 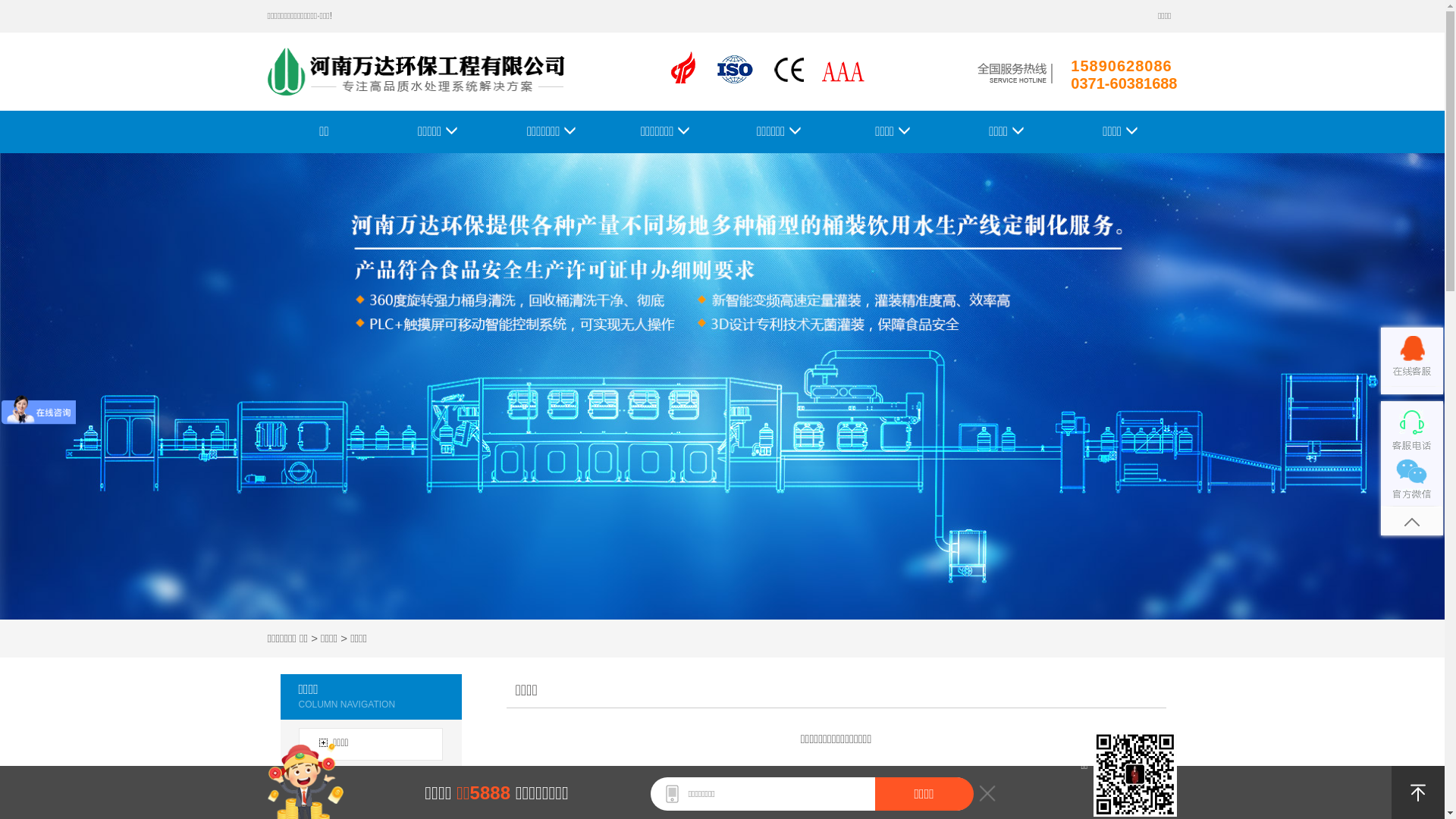 What do you see at coordinates (1069, 65) in the screenshot?
I see `'15890628086'` at bounding box center [1069, 65].